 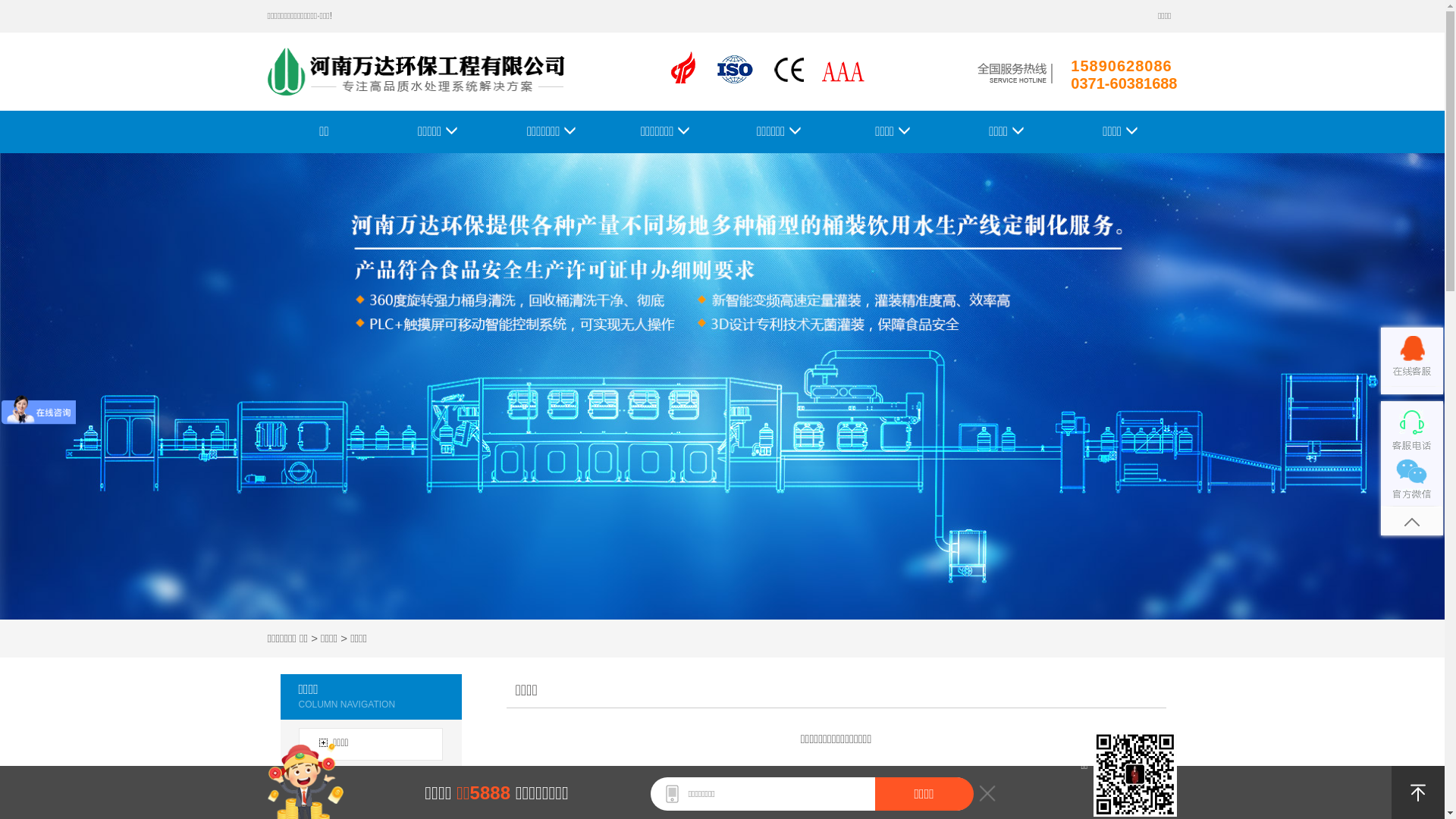 What do you see at coordinates (1069, 65) in the screenshot?
I see `'15890628086'` at bounding box center [1069, 65].